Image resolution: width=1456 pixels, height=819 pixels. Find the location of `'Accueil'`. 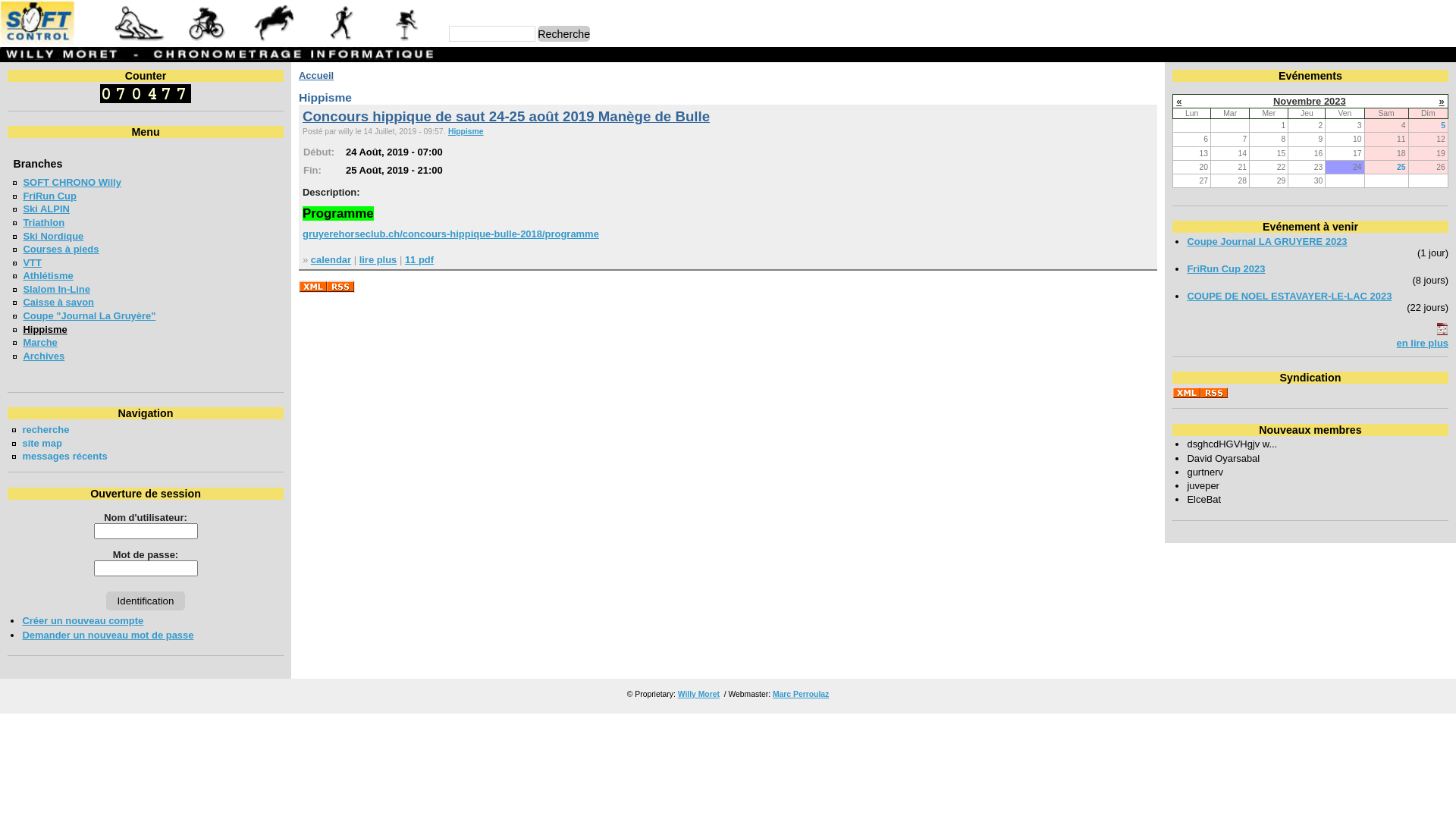

'Accueil' is located at coordinates (315, 75).